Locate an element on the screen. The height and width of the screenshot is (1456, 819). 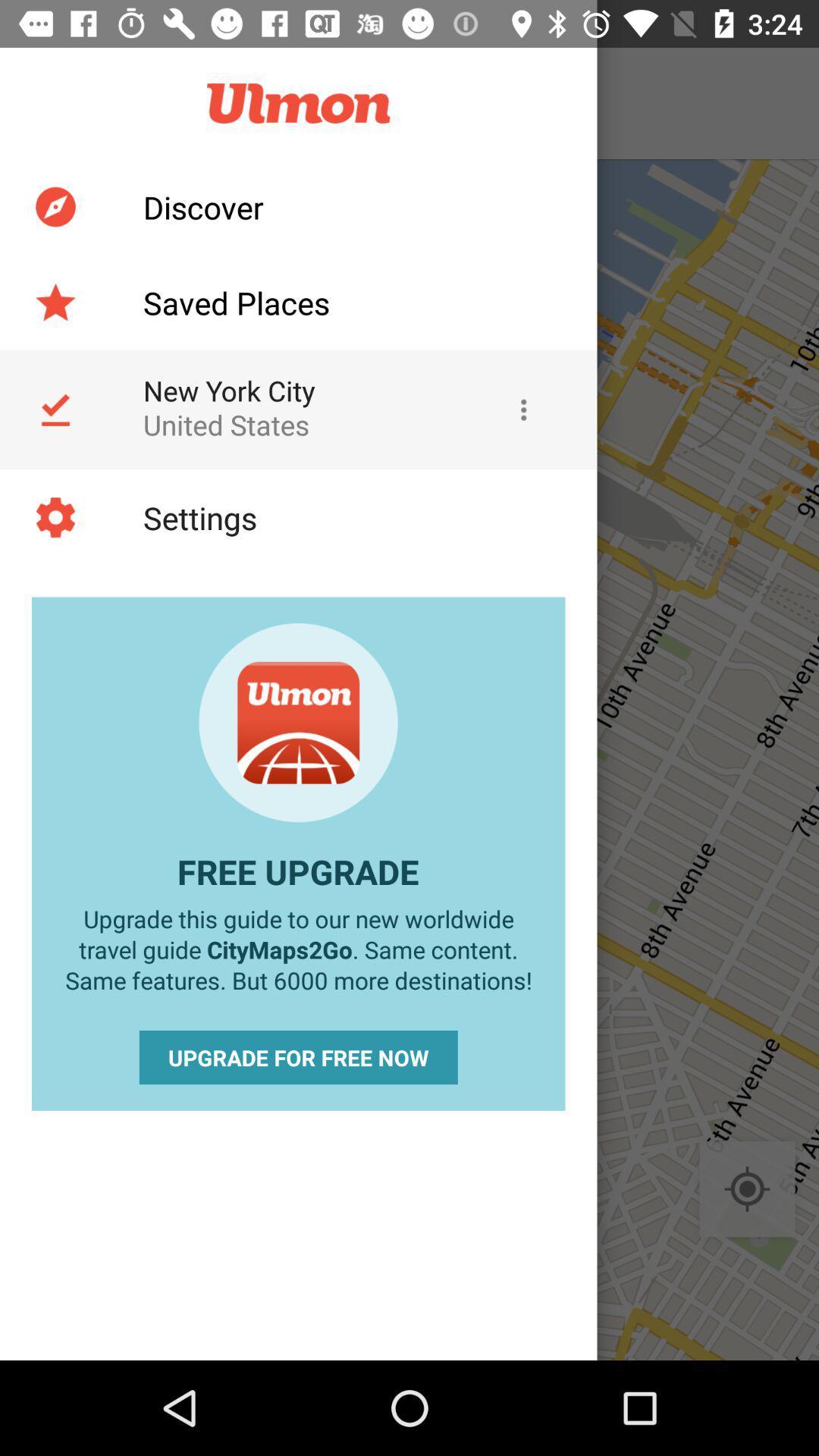
the icon beside discover is located at coordinates (55, 206).